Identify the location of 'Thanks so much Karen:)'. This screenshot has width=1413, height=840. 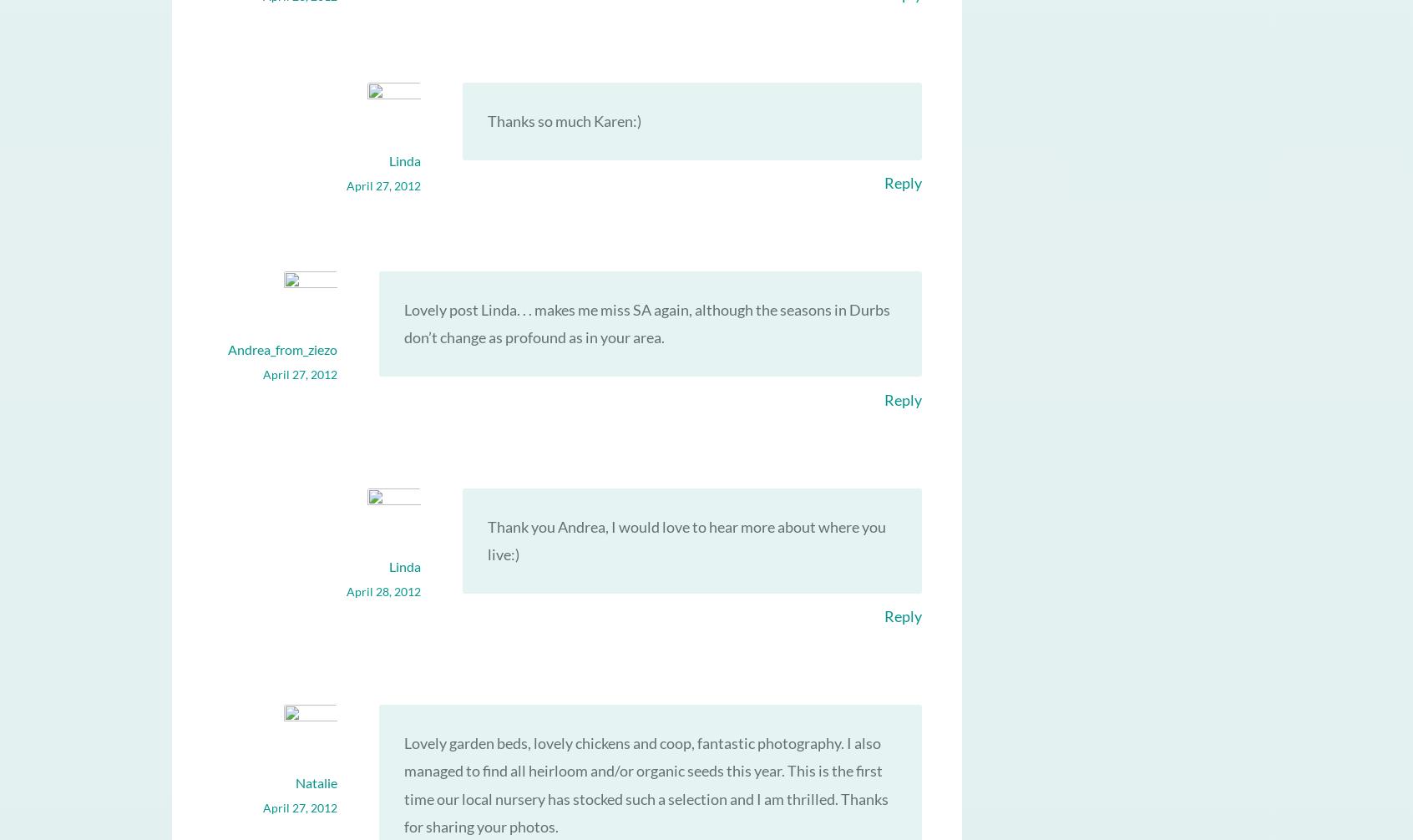
(563, 119).